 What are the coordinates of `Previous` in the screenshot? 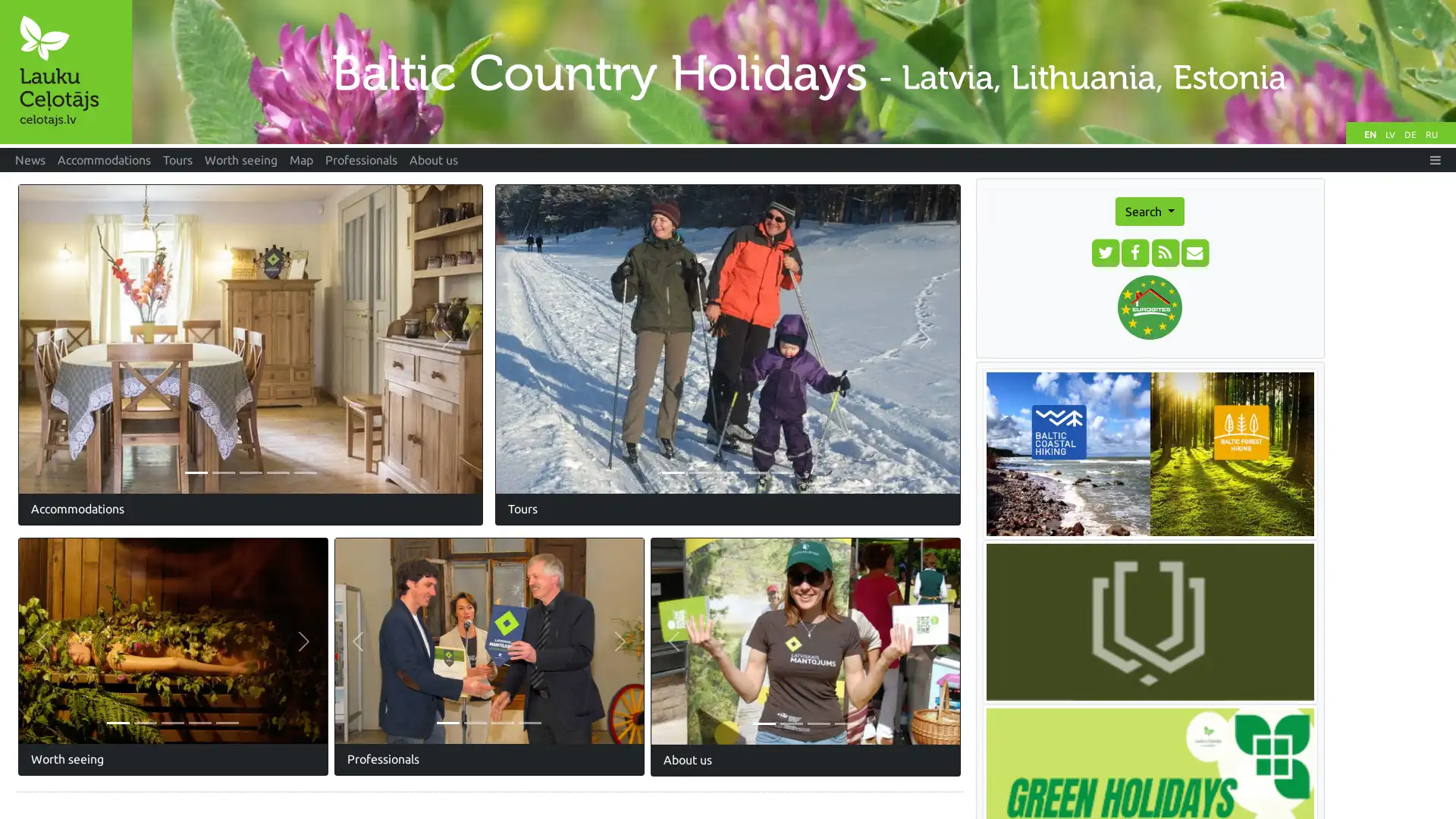 It's located at (673, 641).